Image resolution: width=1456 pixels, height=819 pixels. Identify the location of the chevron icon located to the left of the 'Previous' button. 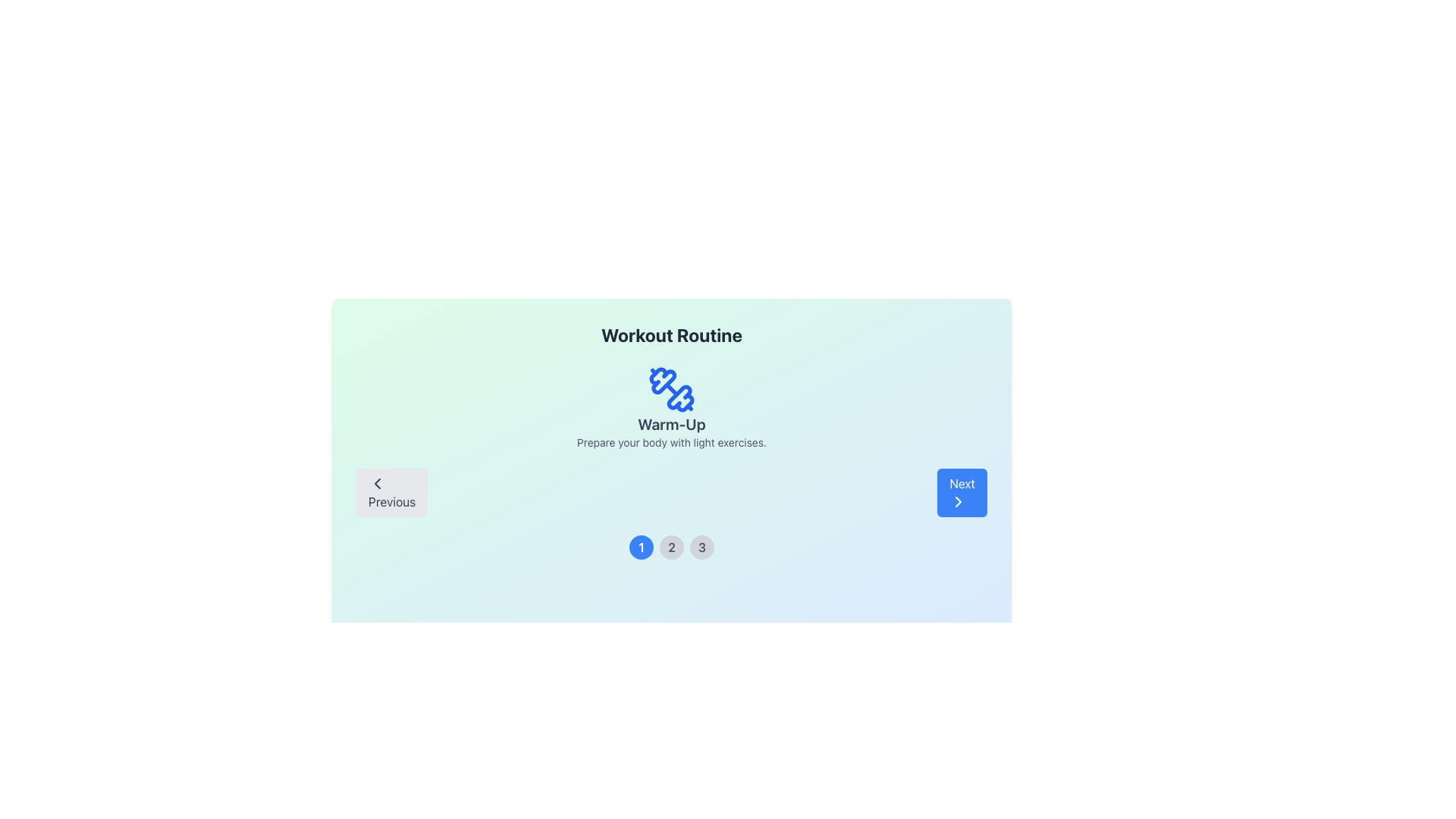
(378, 483).